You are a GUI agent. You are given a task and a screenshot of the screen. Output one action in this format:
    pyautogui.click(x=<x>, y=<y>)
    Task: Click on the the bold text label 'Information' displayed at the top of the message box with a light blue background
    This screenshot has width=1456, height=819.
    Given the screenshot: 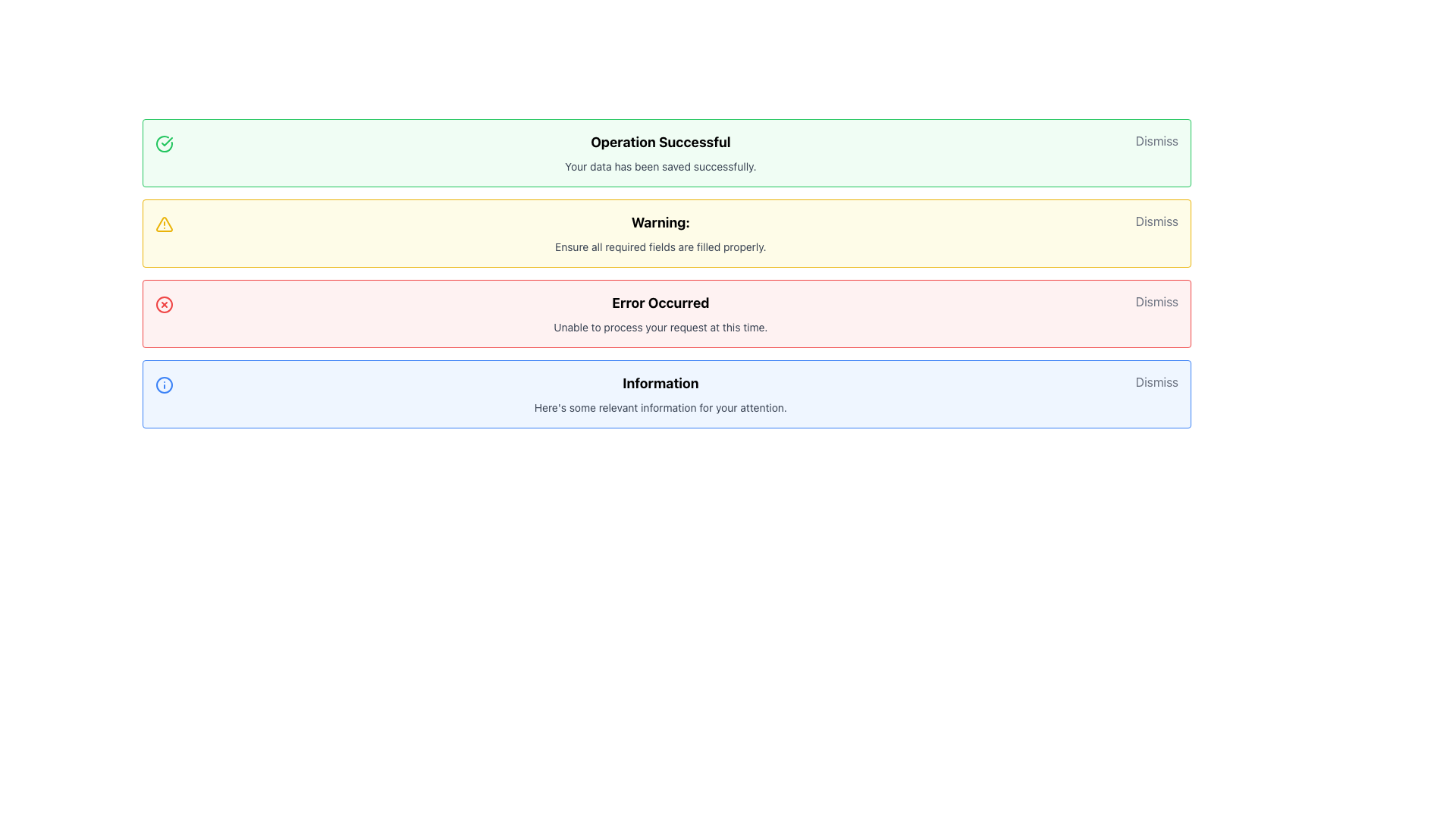 What is the action you would take?
    pyautogui.click(x=661, y=382)
    